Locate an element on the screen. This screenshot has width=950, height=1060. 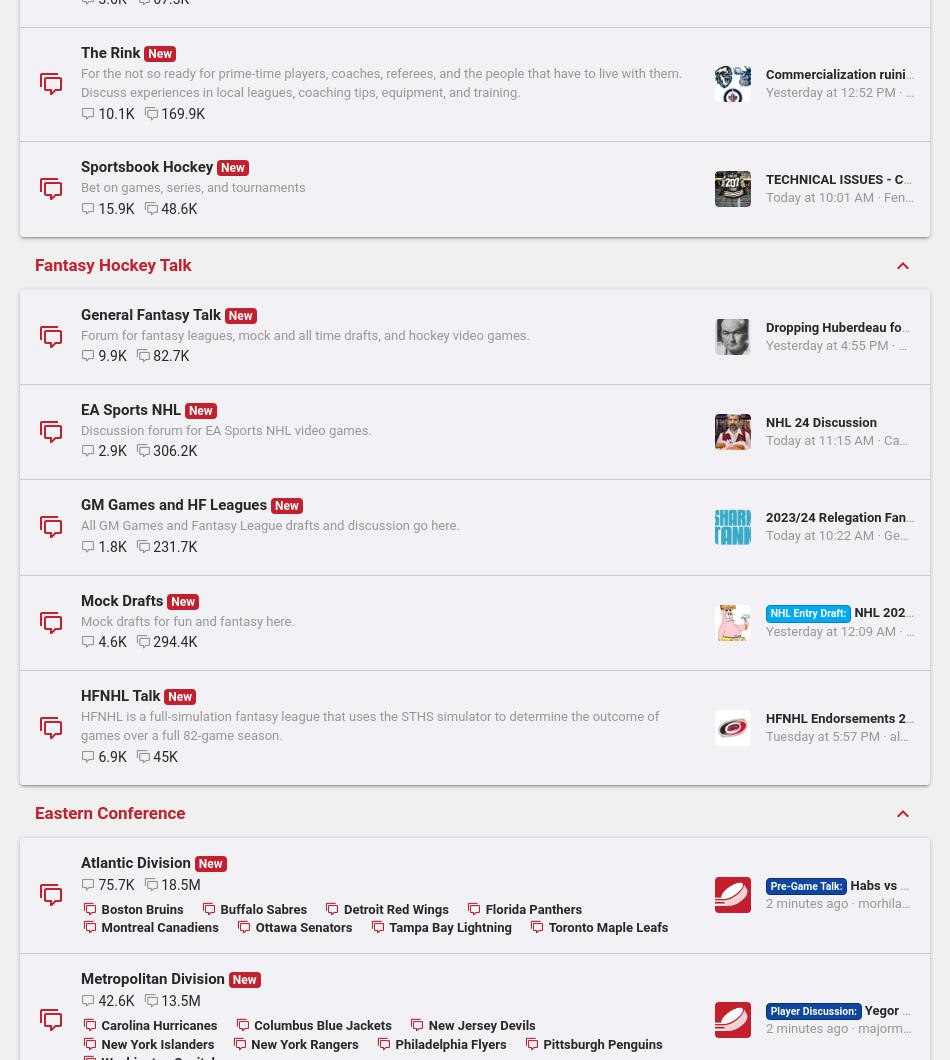
'Brenden Morrow vs Jarome Iginla Mar 31st, 2001' is located at coordinates (668, 232).